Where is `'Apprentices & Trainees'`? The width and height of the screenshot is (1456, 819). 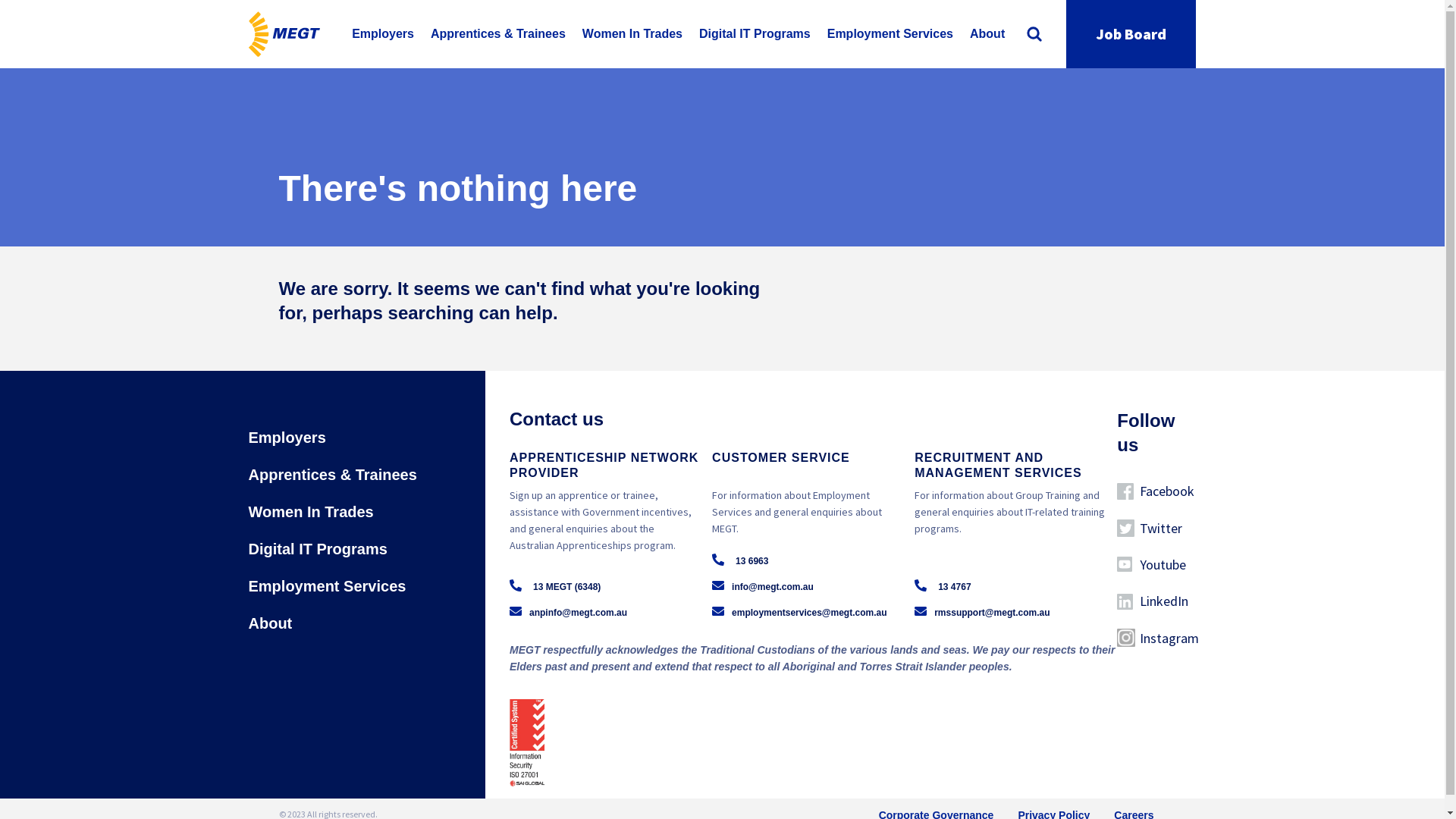 'Apprentices & Trainees' is located at coordinates (248, 473).